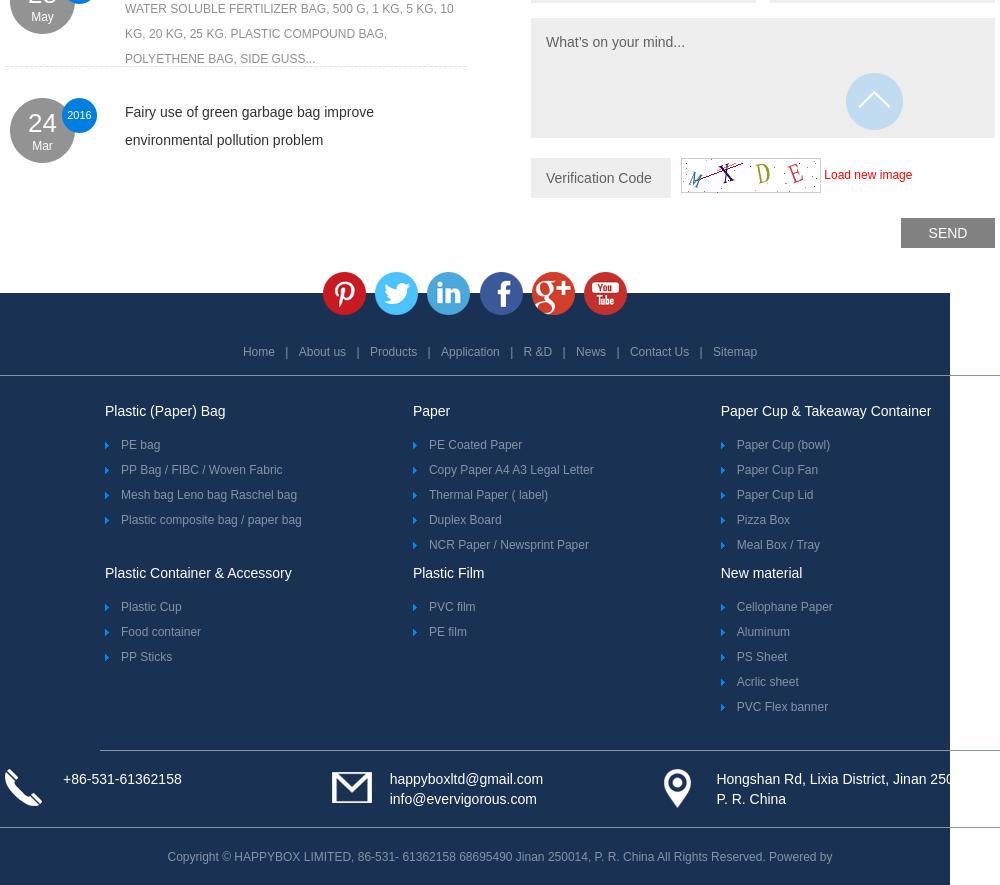  What do you see at coordinates (428, 520) in the screenshot?
I see `'Duplex Board'` at bounding box center [428, 520].